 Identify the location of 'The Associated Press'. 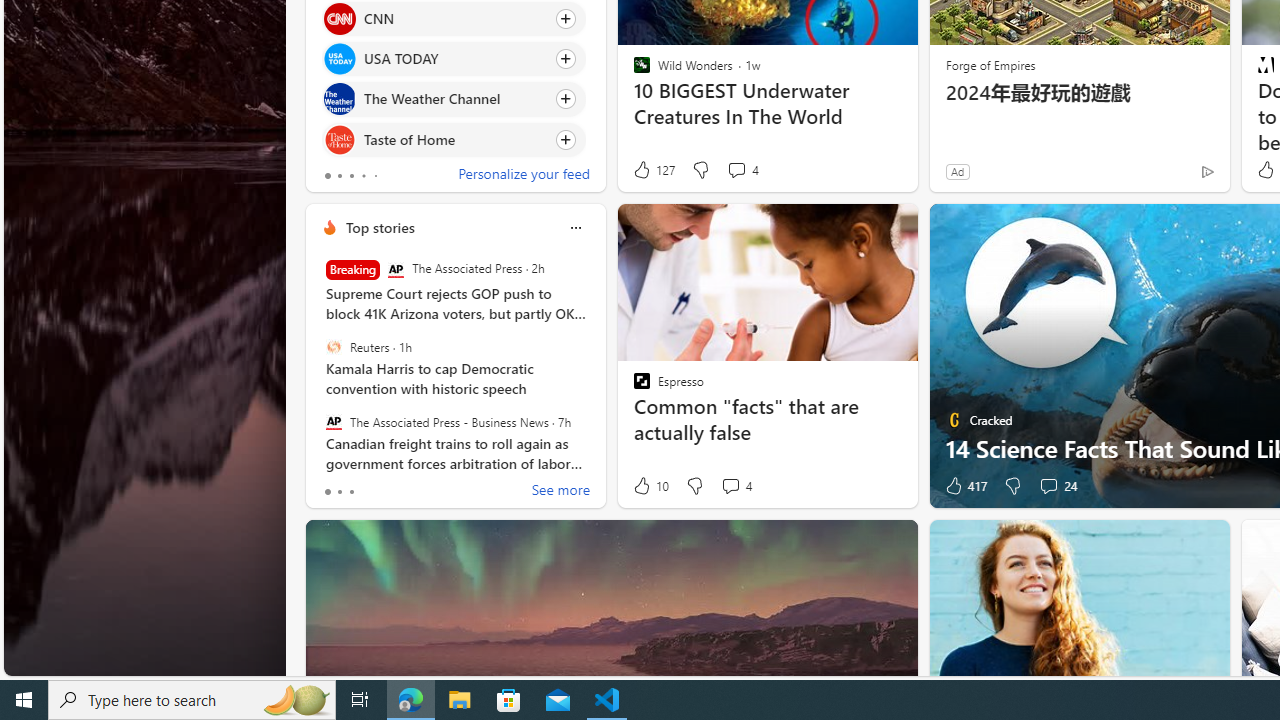
(395, 270).